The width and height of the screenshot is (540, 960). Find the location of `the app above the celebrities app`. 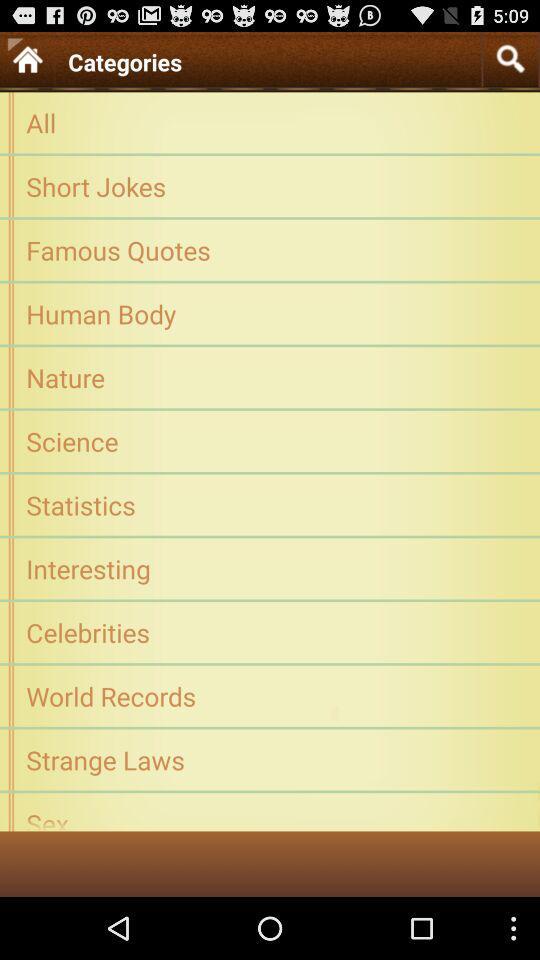

the app above the celebrities app is located at coordinates (270, 568).